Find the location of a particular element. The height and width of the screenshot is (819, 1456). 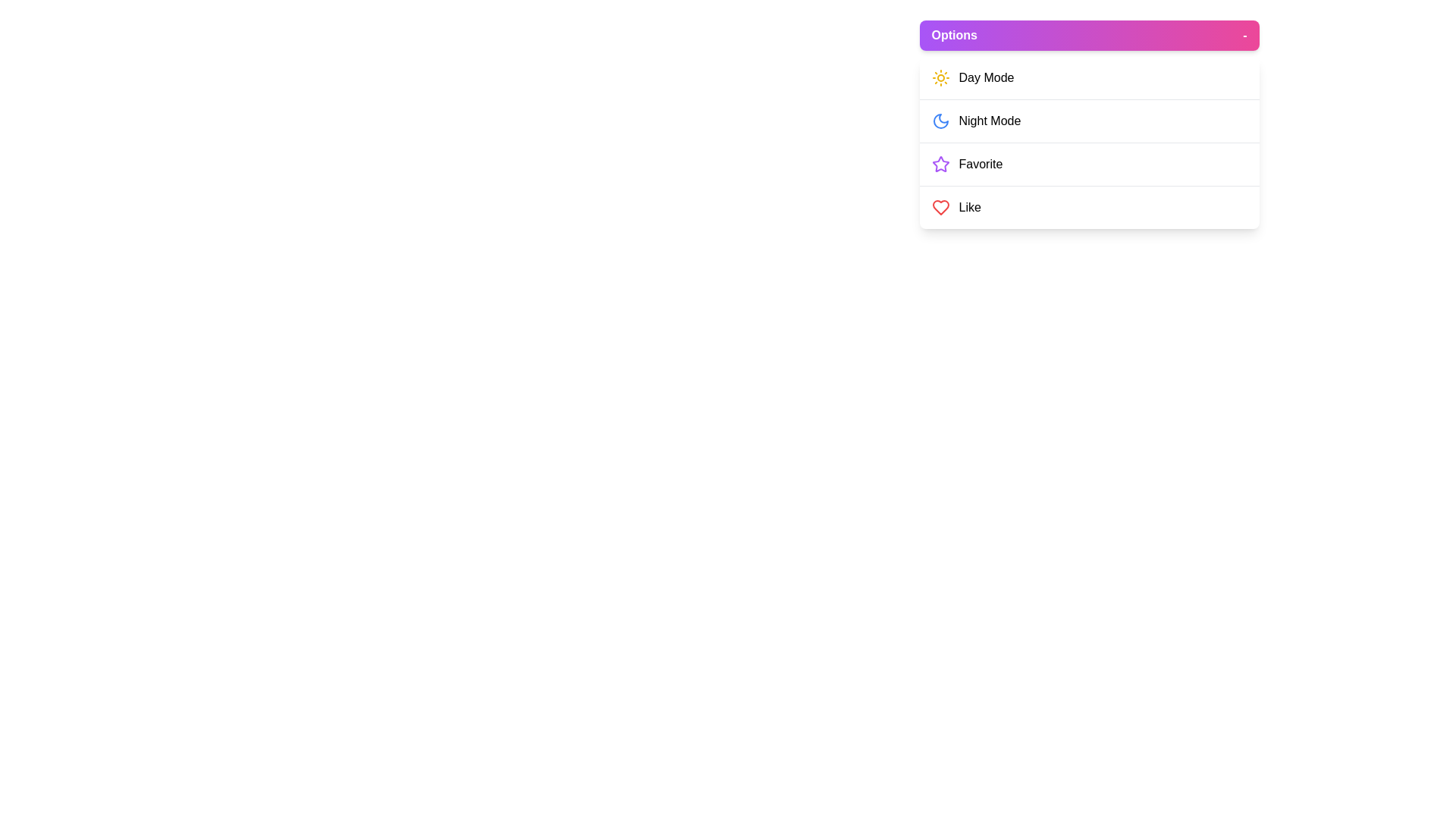

the menu item Favorite to highlight it is located at coordinates (1088, 164).